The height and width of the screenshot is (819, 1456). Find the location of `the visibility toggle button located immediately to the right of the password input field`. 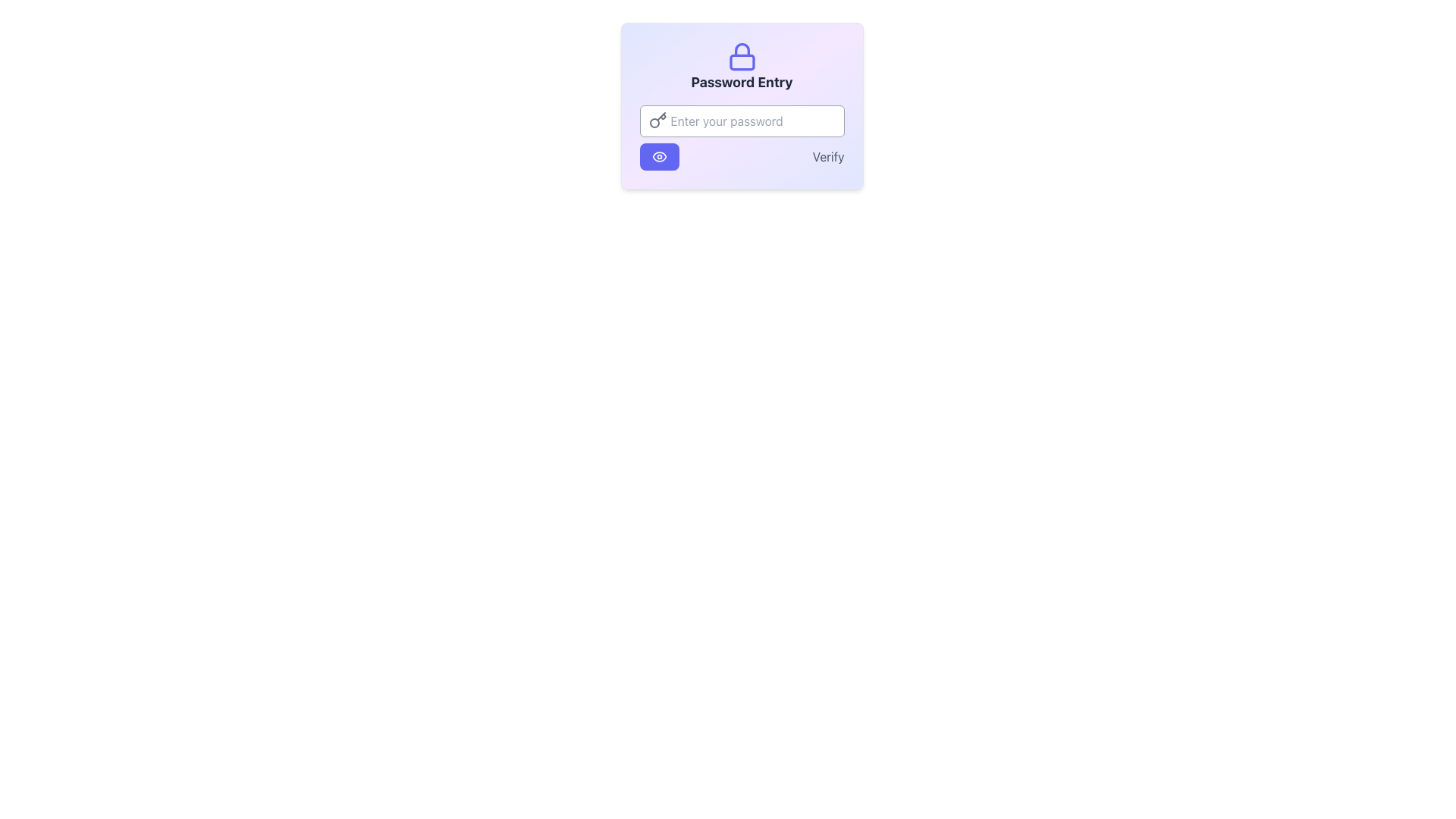

the visibility toggle button located immediately to the right of the password input field is located at coordinates (659, 157).